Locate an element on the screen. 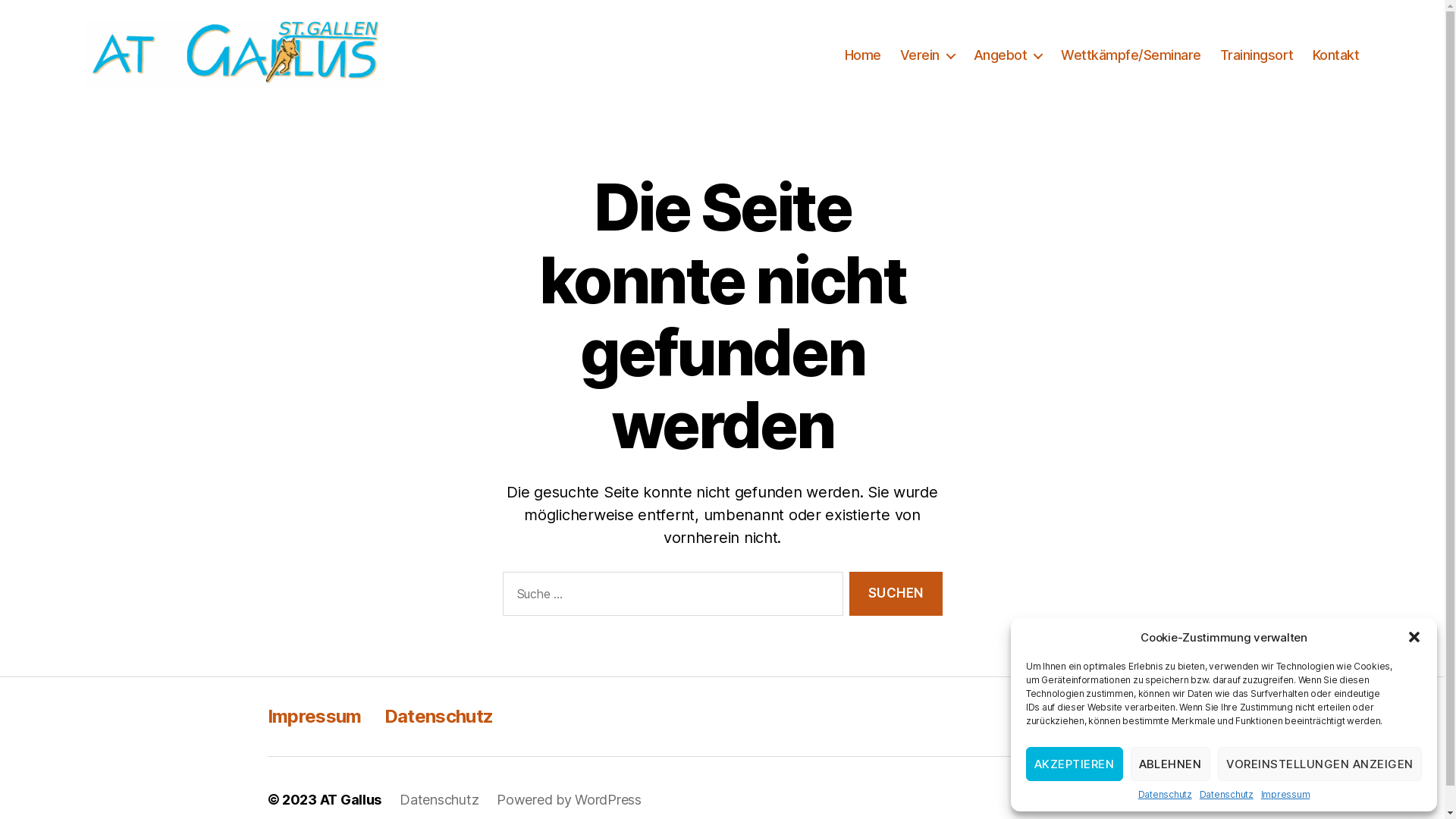 The height and width of the screenshot is (819, 1456). 'AT Gallus' is located at coordinates (350, 799).